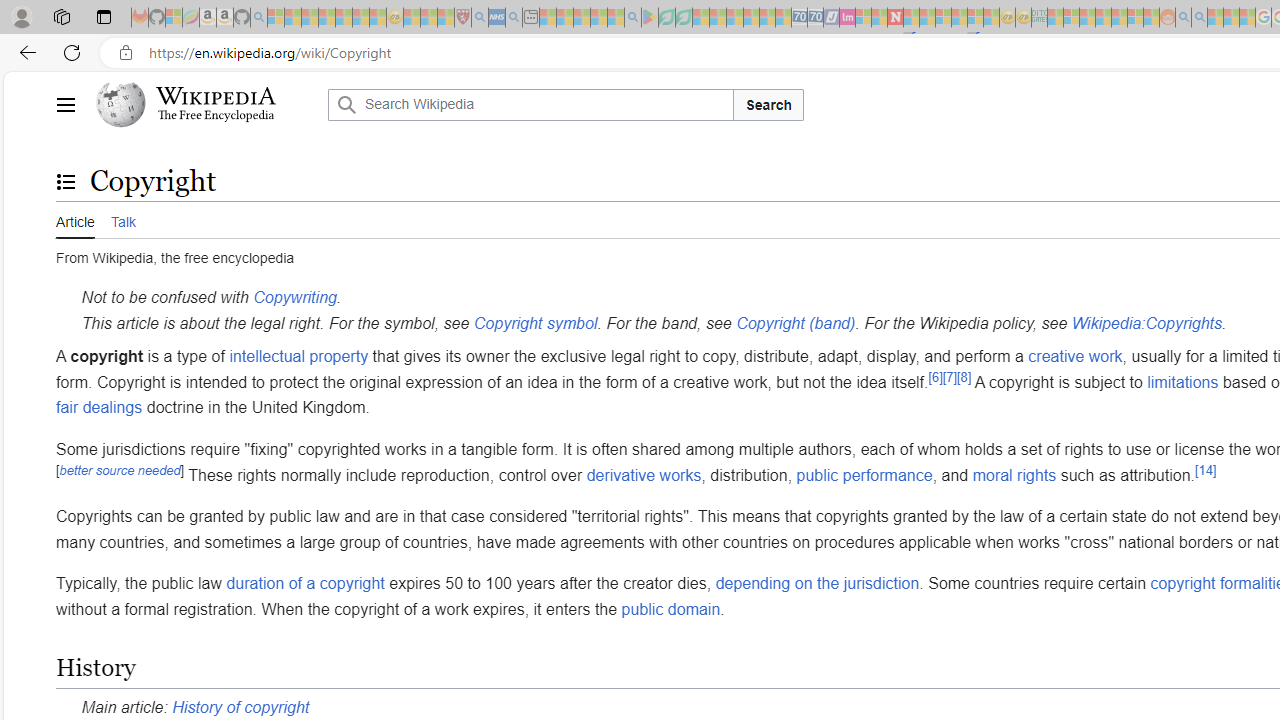  What do you see at coordinates (98, 406) in the screenshot?
I see `'fair dealings'` at bounding box center [98, 406].